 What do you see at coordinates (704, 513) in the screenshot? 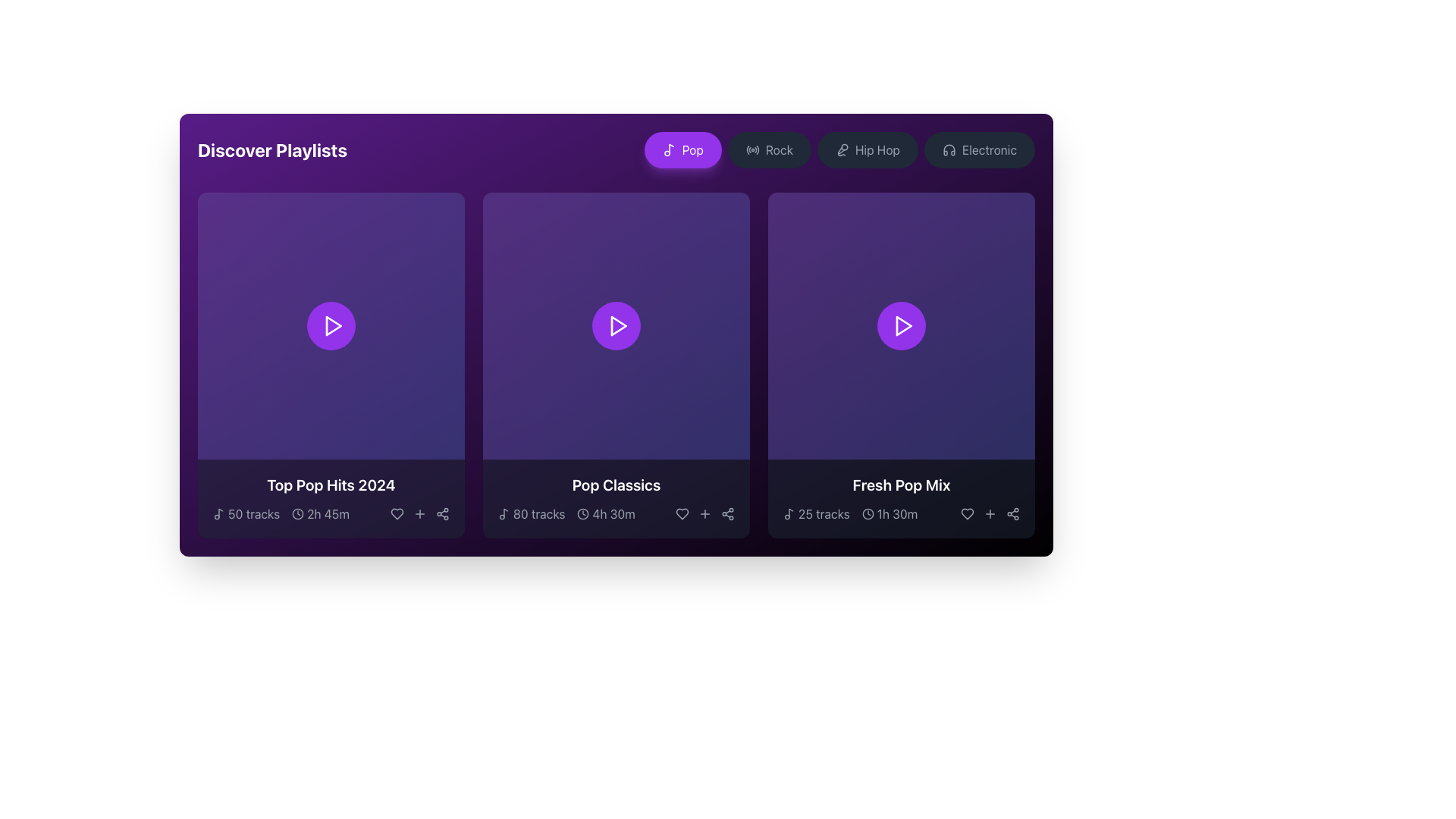
I see `the plus icon in the action bar located in the bottom-right section of the 'Pop Classics' playlist card` at bounding box center [704, 513].